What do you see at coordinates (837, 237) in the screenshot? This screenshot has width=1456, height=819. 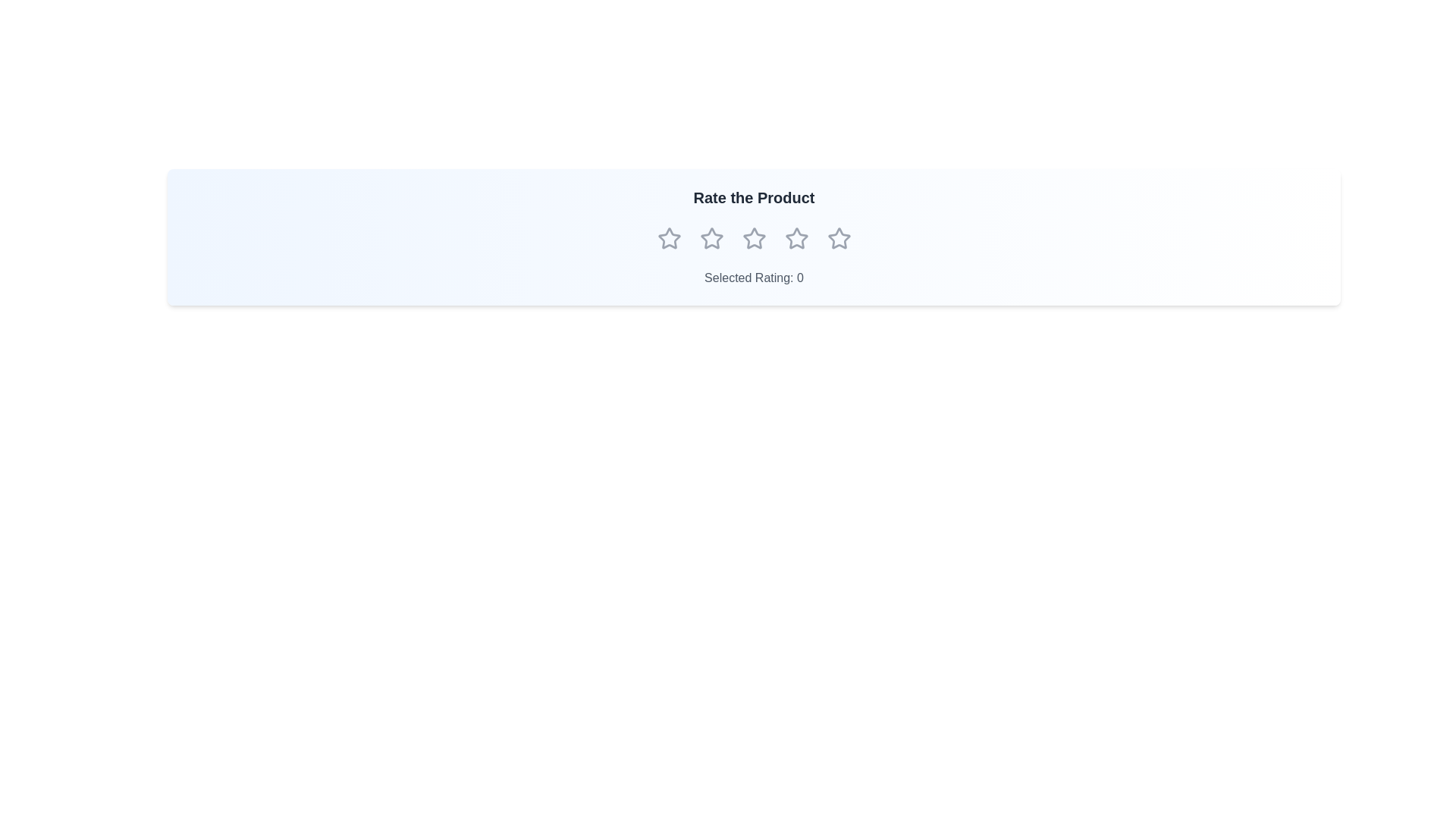 I see `the fifth star in the horizontal row of rating stars to rate the product, which is located under the title 'Rate the Product'` at bounding box center [837, 237].